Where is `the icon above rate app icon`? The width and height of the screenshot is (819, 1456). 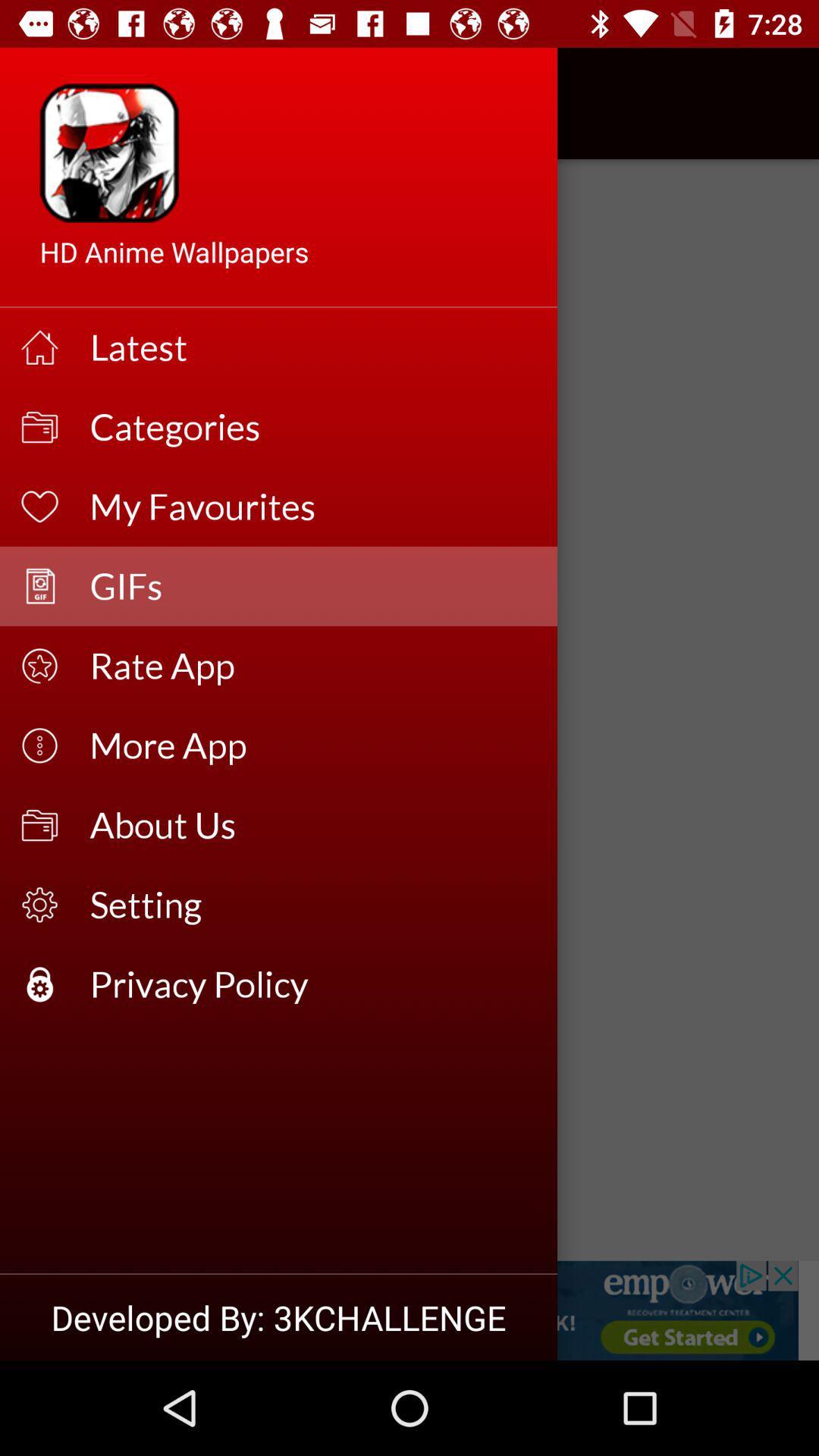
the icon above rate app icon is located at coordinates (312, 585).